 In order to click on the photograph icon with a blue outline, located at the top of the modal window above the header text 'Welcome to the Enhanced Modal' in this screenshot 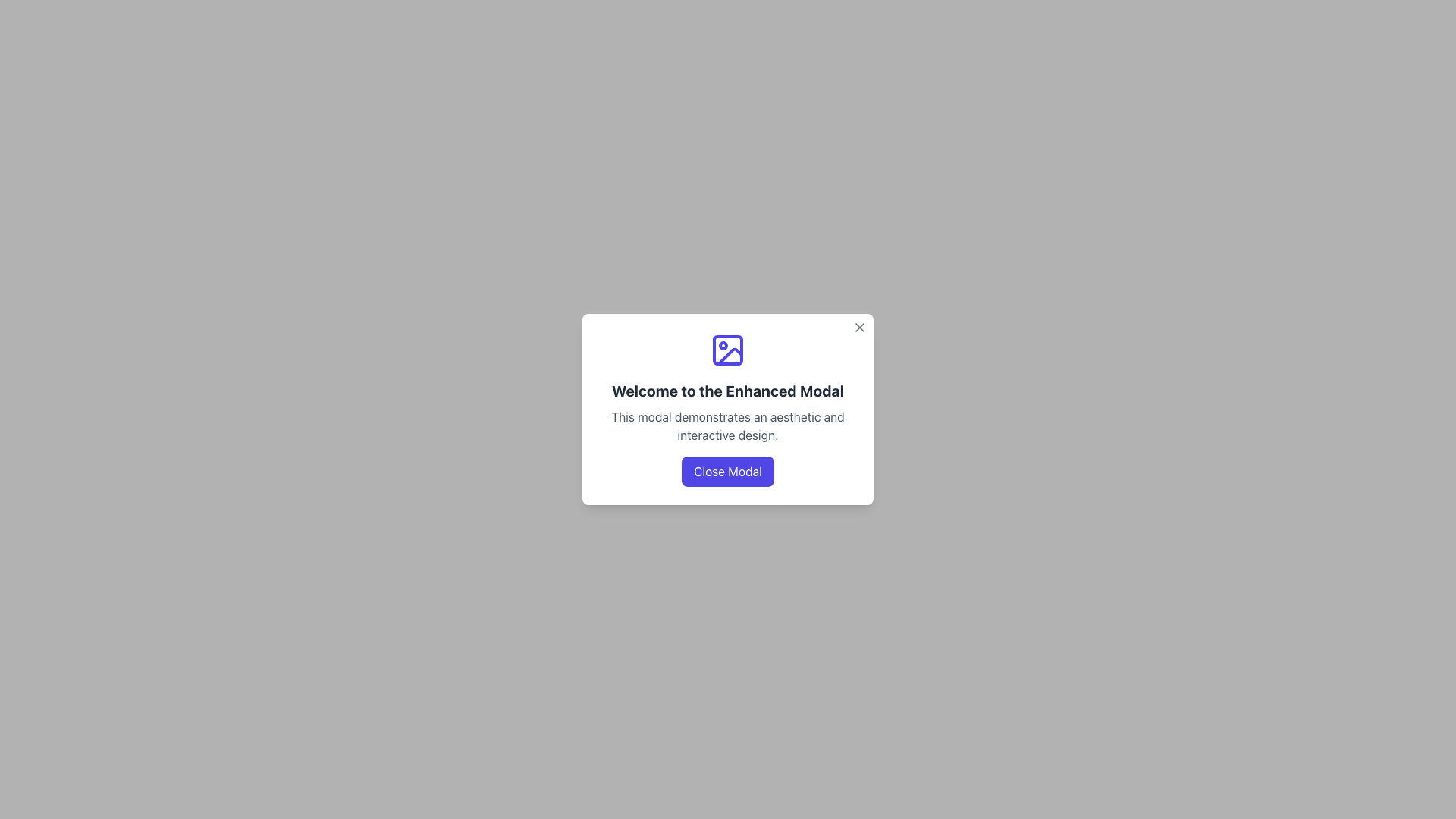, I will do `click(728, 350)`.